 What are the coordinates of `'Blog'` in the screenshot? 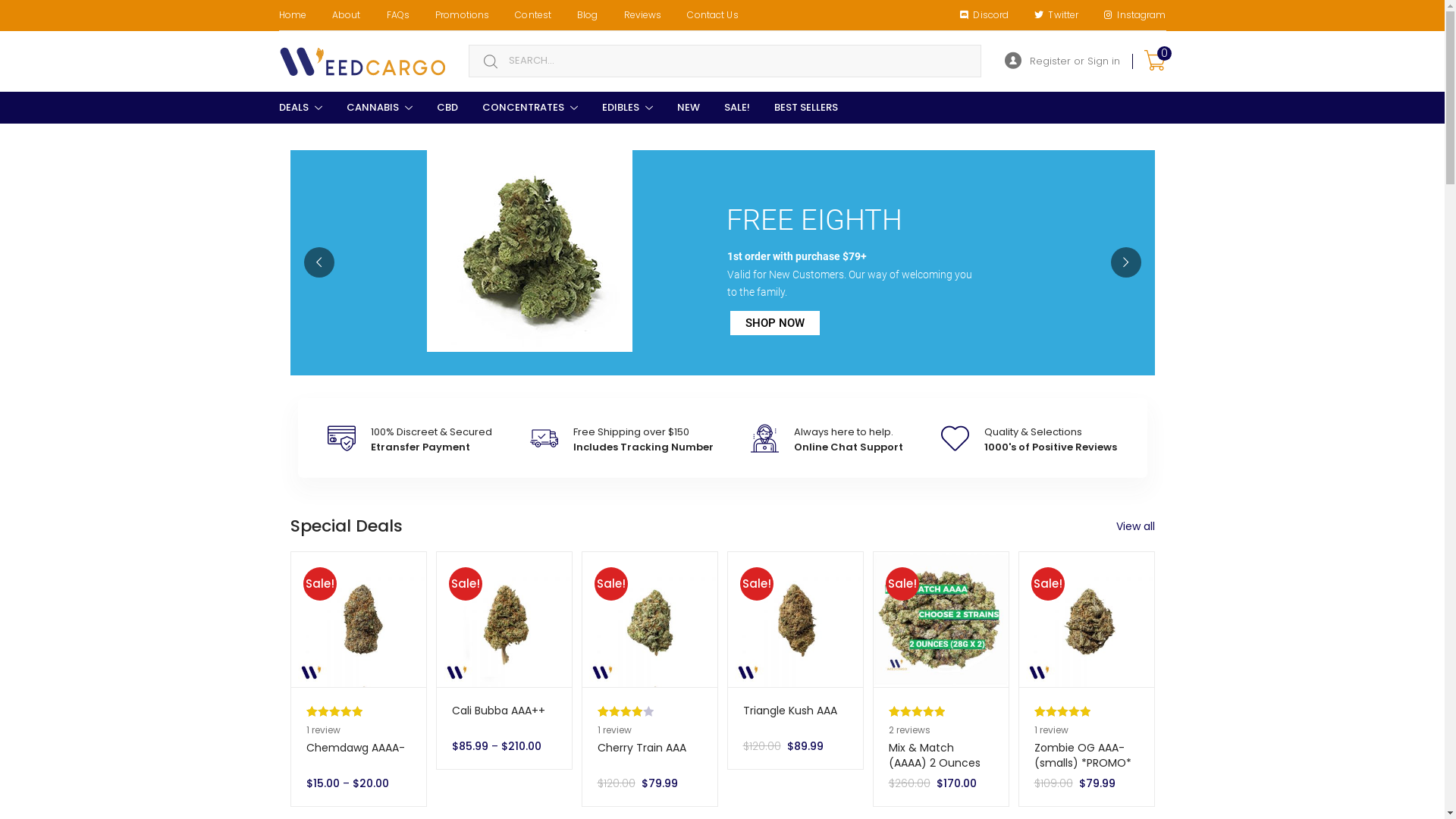 It's located at (586, 14).